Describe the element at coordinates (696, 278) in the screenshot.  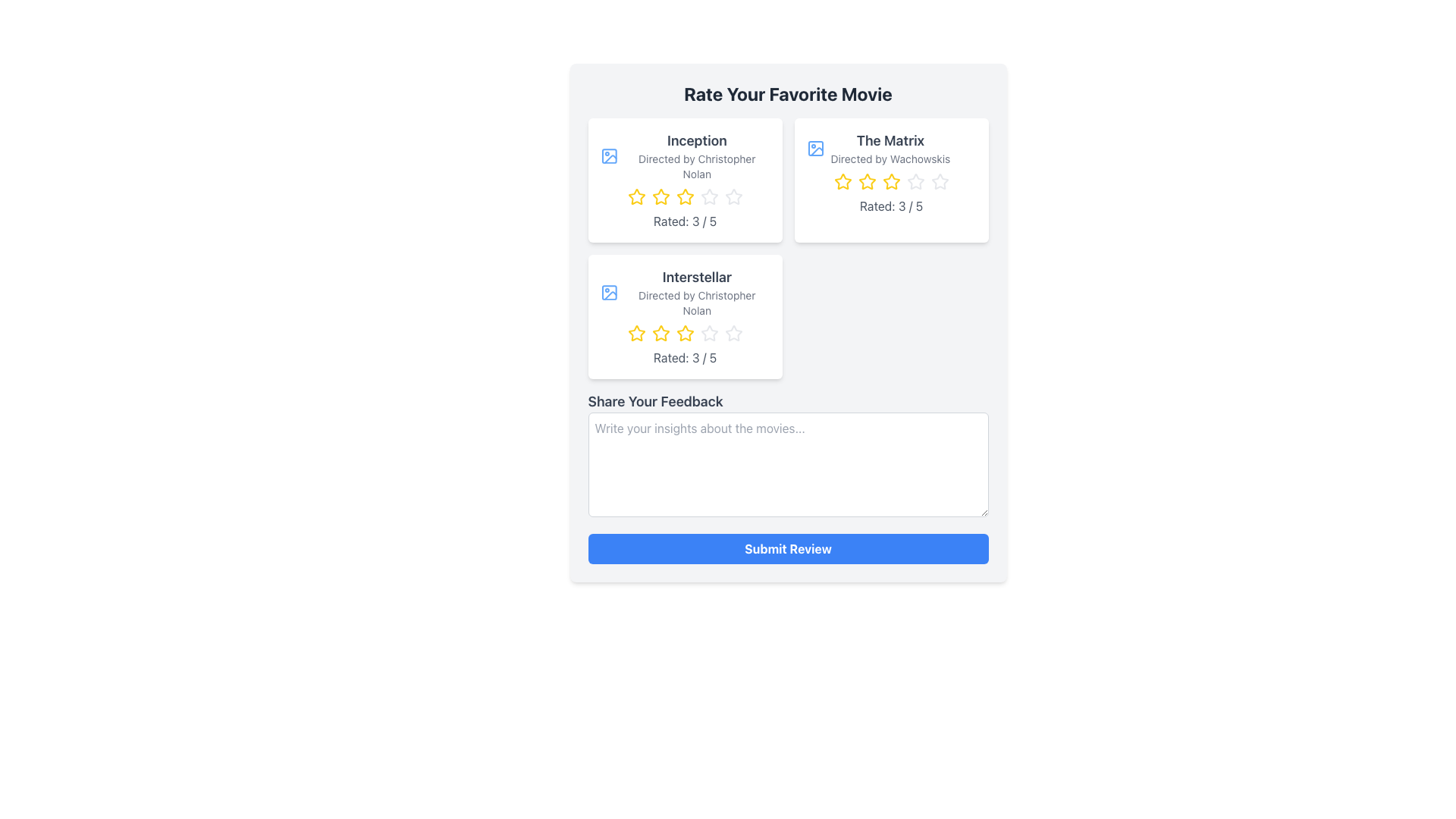
I see `text label displaying 'Interstellar' in bold, large dark gray font located in the third card under 'Rate Your Favorite Movie'` at that location.